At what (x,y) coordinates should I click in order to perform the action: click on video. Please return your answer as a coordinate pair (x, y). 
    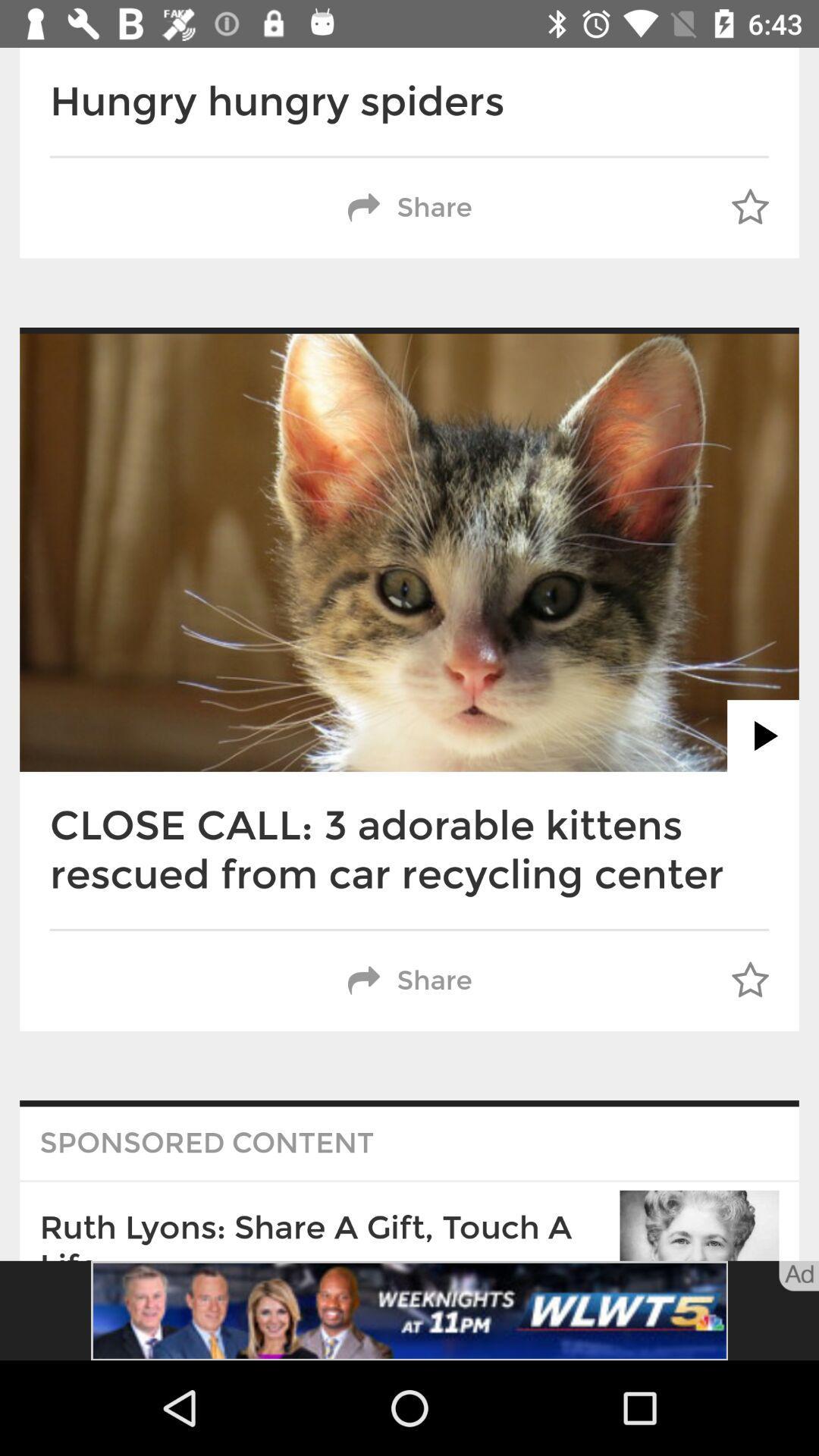
    Looking at the image, I should click on (763, 736).